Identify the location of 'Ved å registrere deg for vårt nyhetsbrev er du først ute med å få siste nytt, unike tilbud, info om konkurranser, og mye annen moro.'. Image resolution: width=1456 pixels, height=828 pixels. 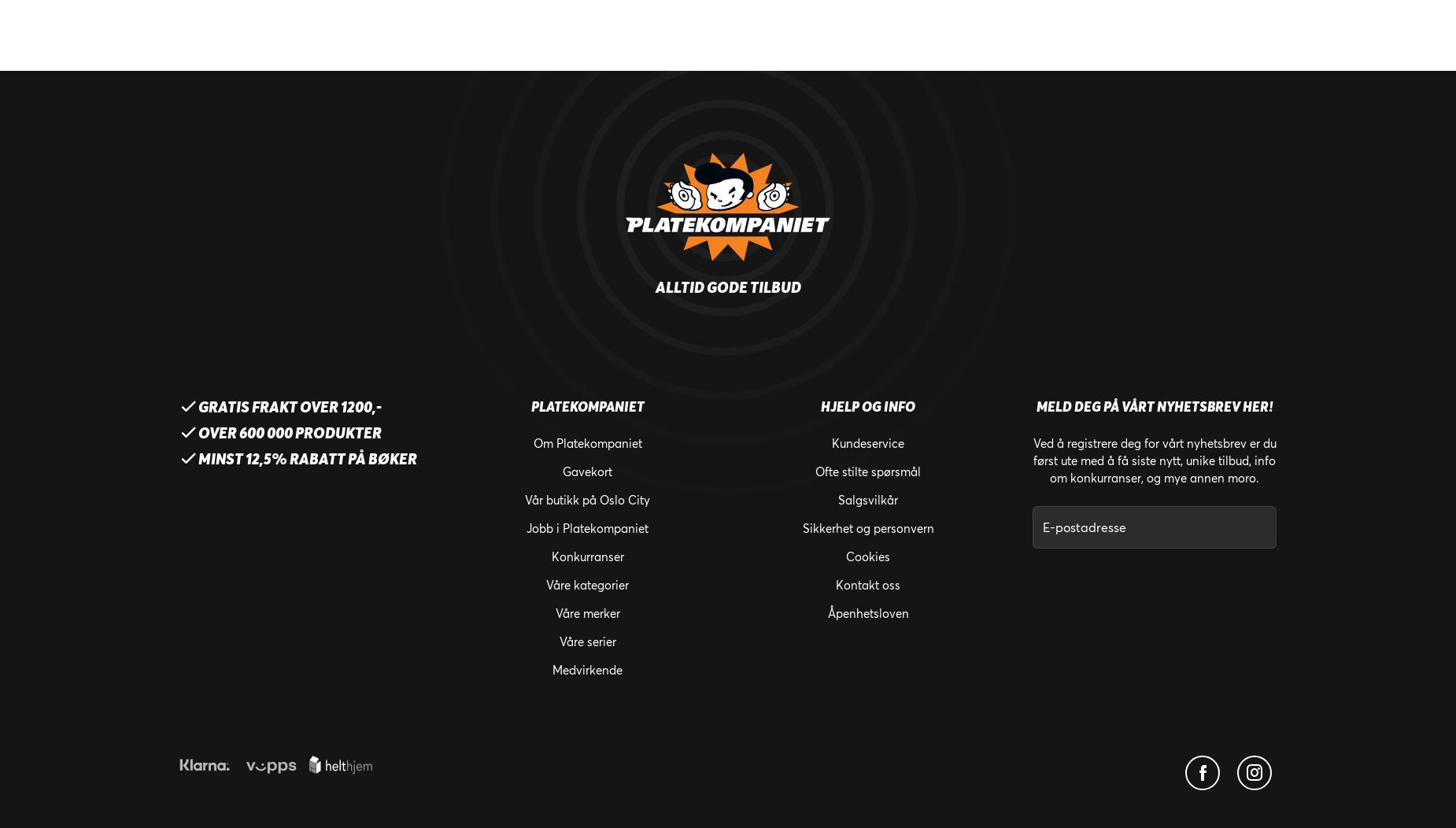
(1154, 460).